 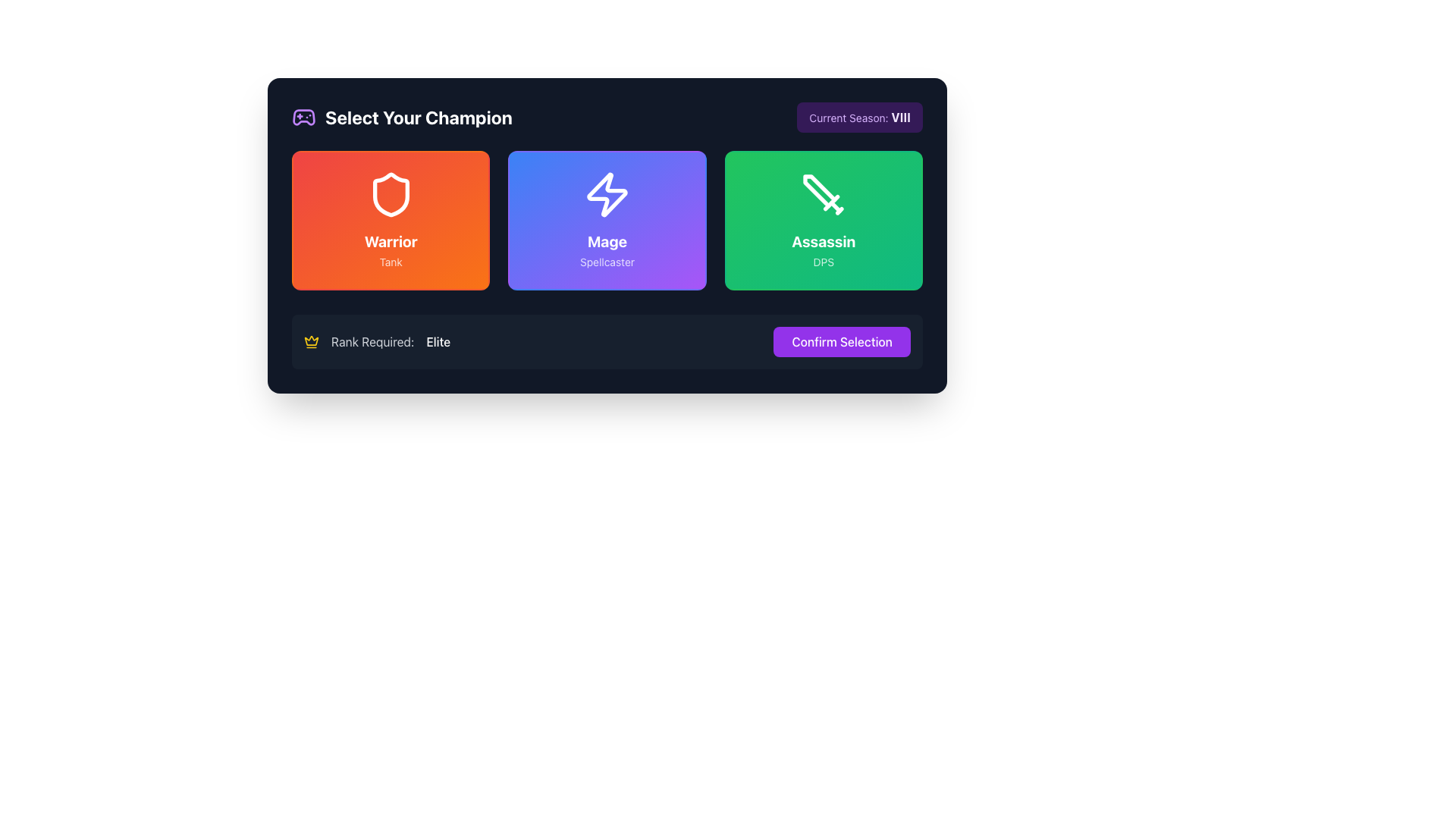 I want to click on the 'Mage' character class icon in the central card of the selection interface, which is the second card titled 'Mage Spellcaster', so click(x=607, y=194).